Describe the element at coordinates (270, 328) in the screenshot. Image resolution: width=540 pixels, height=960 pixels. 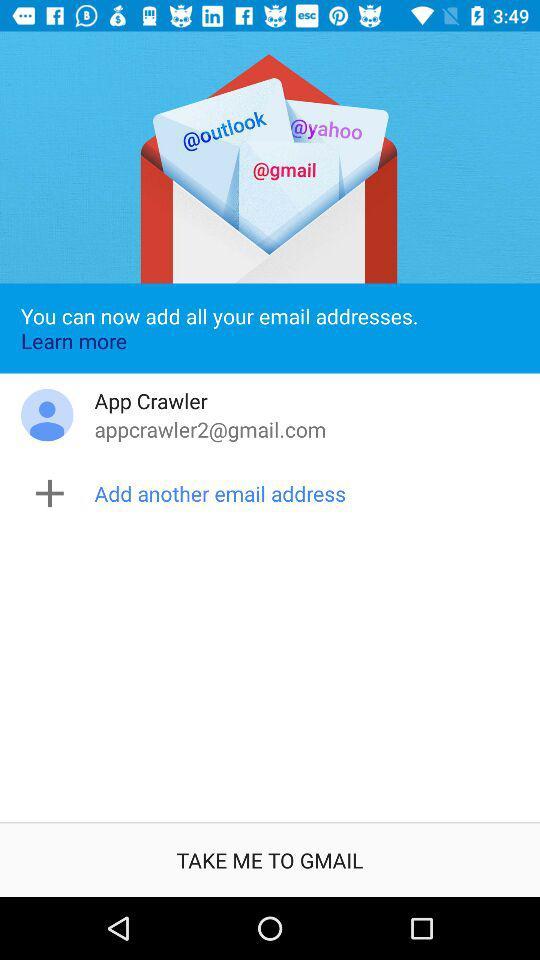
I see `you can now` at that location.